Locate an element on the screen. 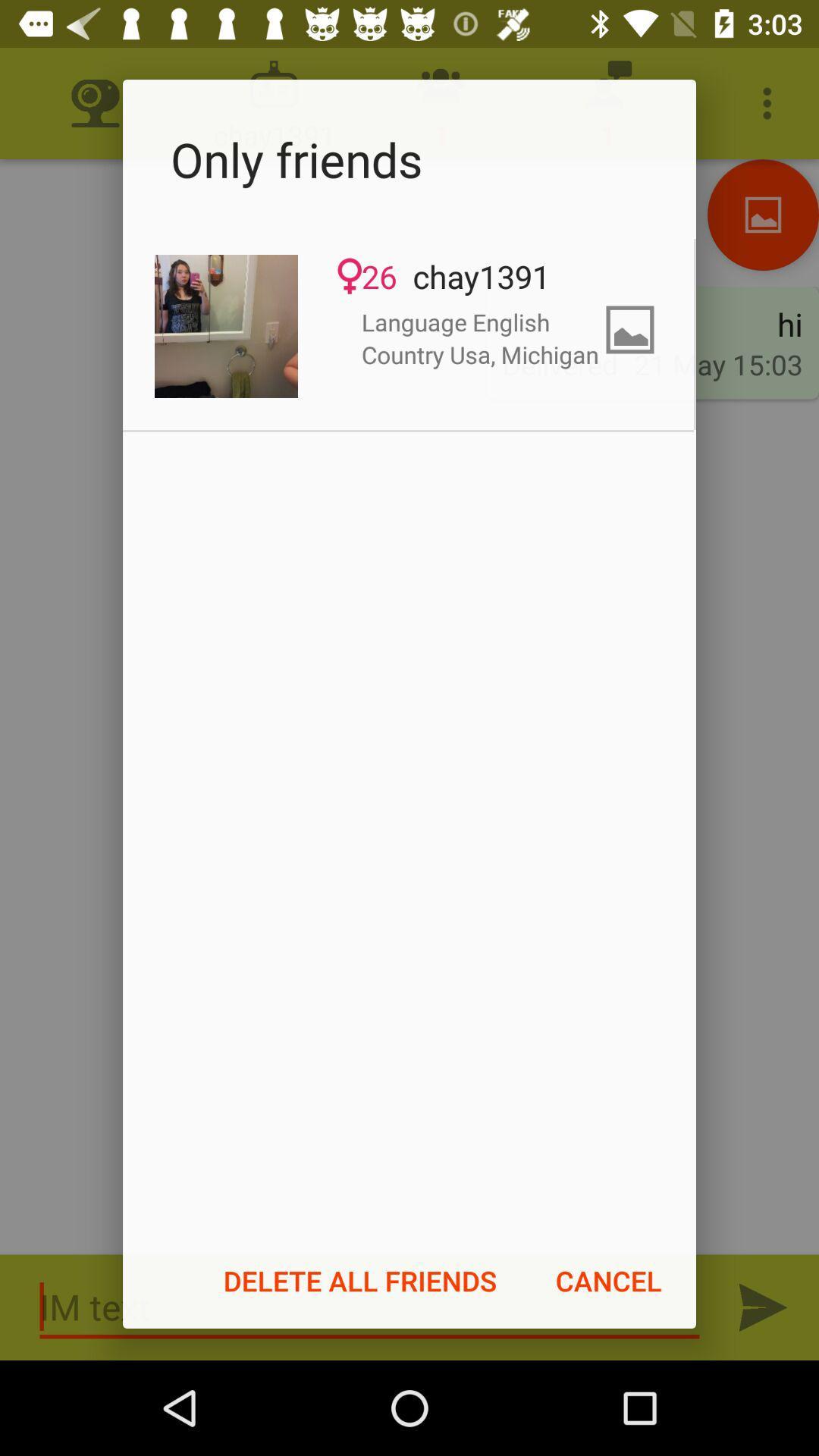  item below country usa, michigan icon is located at coordinates (607, 1280).